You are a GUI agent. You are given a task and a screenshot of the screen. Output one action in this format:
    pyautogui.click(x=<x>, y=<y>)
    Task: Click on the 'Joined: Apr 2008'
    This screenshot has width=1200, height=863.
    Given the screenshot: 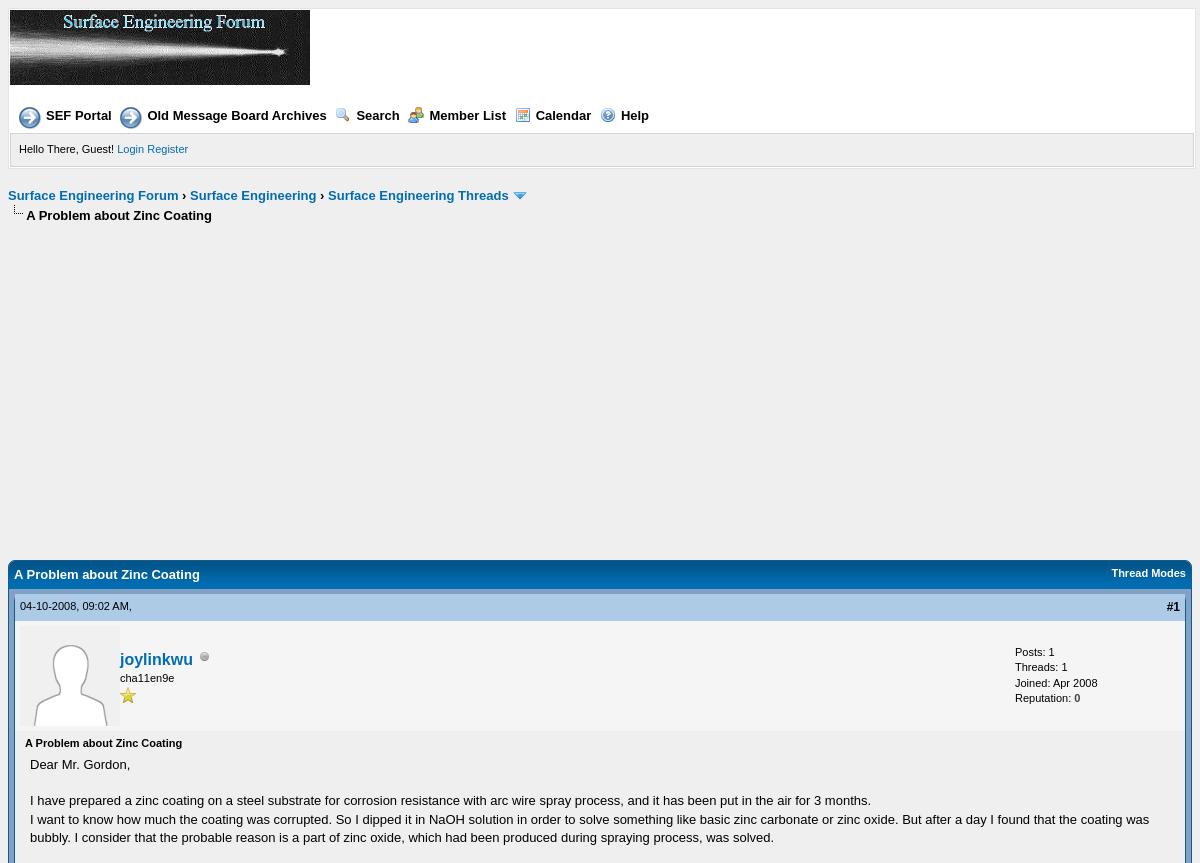 What is the action you would take?
    pyautogui.click(x=1014, y=681)
    